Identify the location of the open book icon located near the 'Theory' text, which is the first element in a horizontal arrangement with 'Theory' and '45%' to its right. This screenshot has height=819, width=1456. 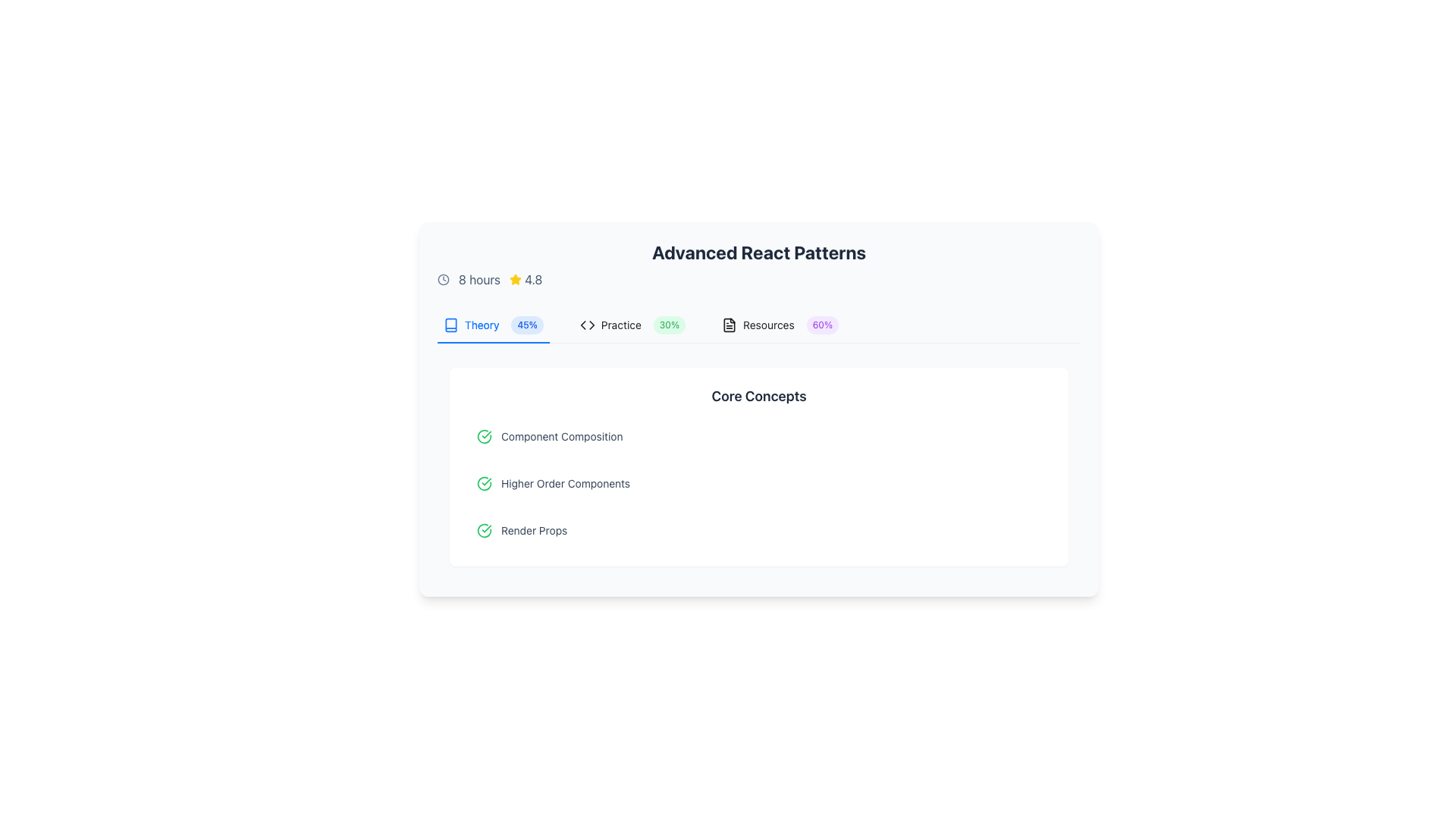
(450, 324).